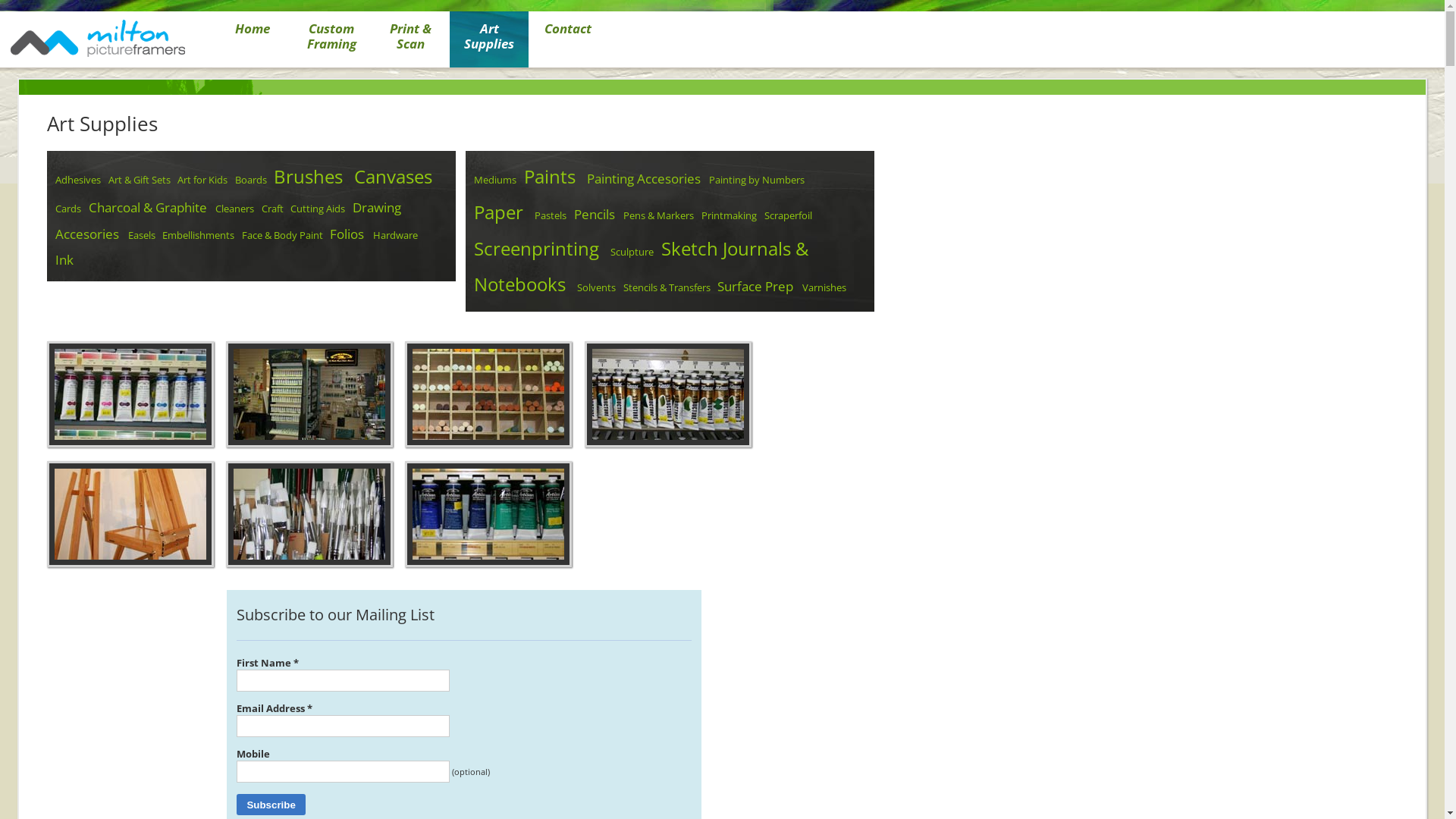  Describe the element at coordinates (640, 265) in the screenshot. I see `'Sketch Journals & Notebooks'` at that location.